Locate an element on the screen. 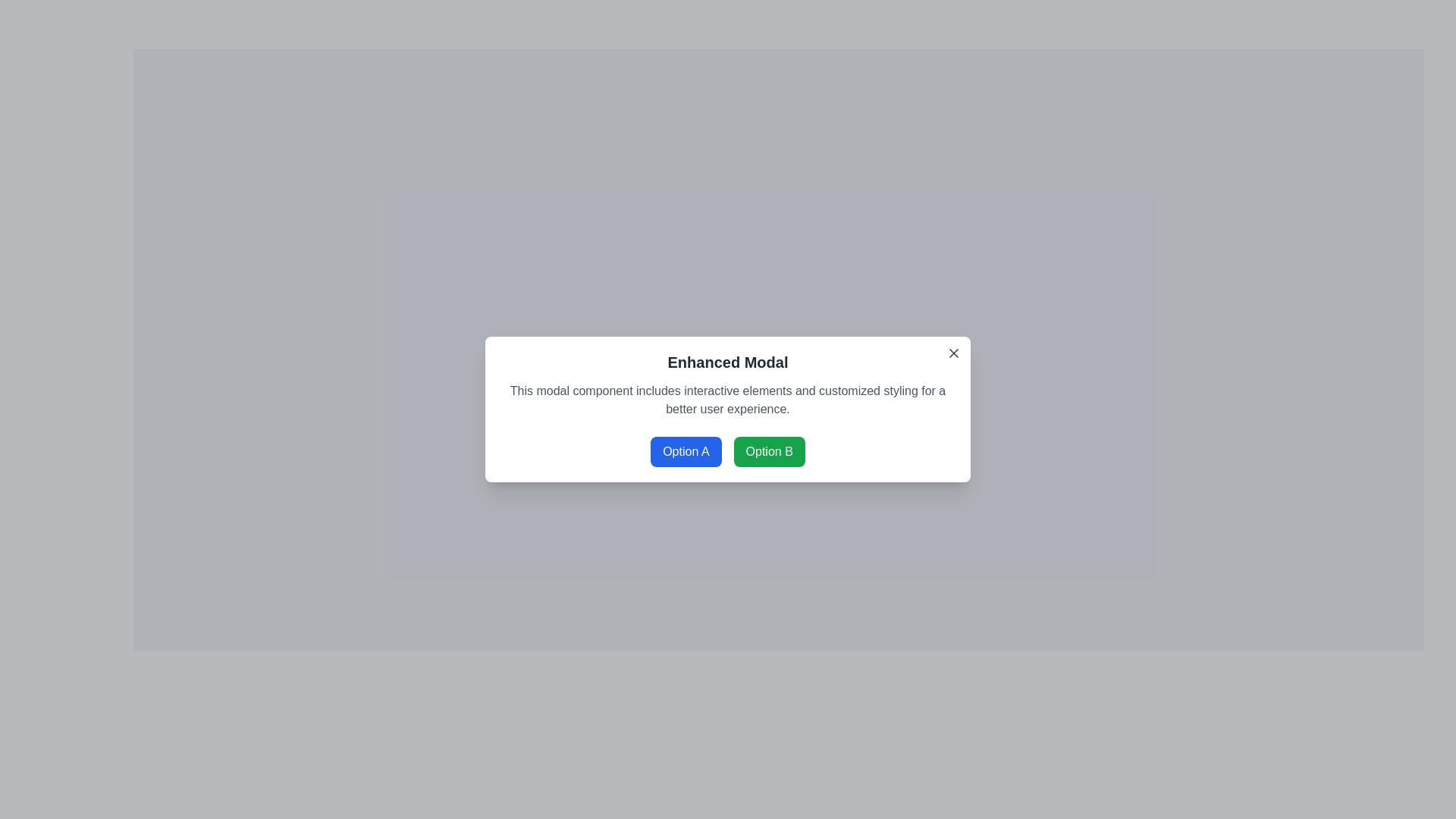 This screenshot has height=819, width=1456. the button labeled 'Option A' with a blue background to observe the hover effect is located at coordinates (685, 451).